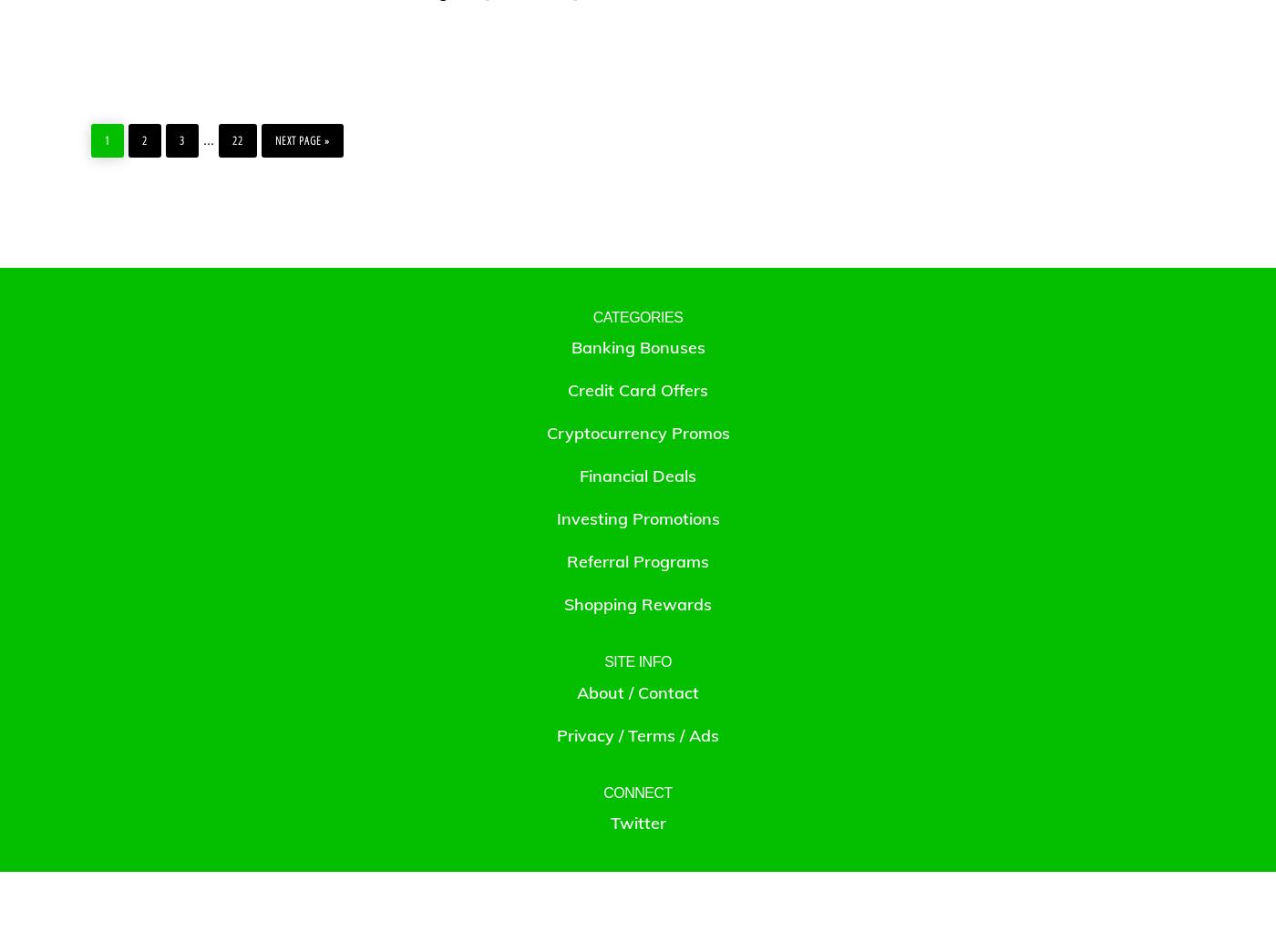 Image resolution: width=1276 pixels, height=952 pixels. I want to click on 'Referral Programs', so click(638, 560).